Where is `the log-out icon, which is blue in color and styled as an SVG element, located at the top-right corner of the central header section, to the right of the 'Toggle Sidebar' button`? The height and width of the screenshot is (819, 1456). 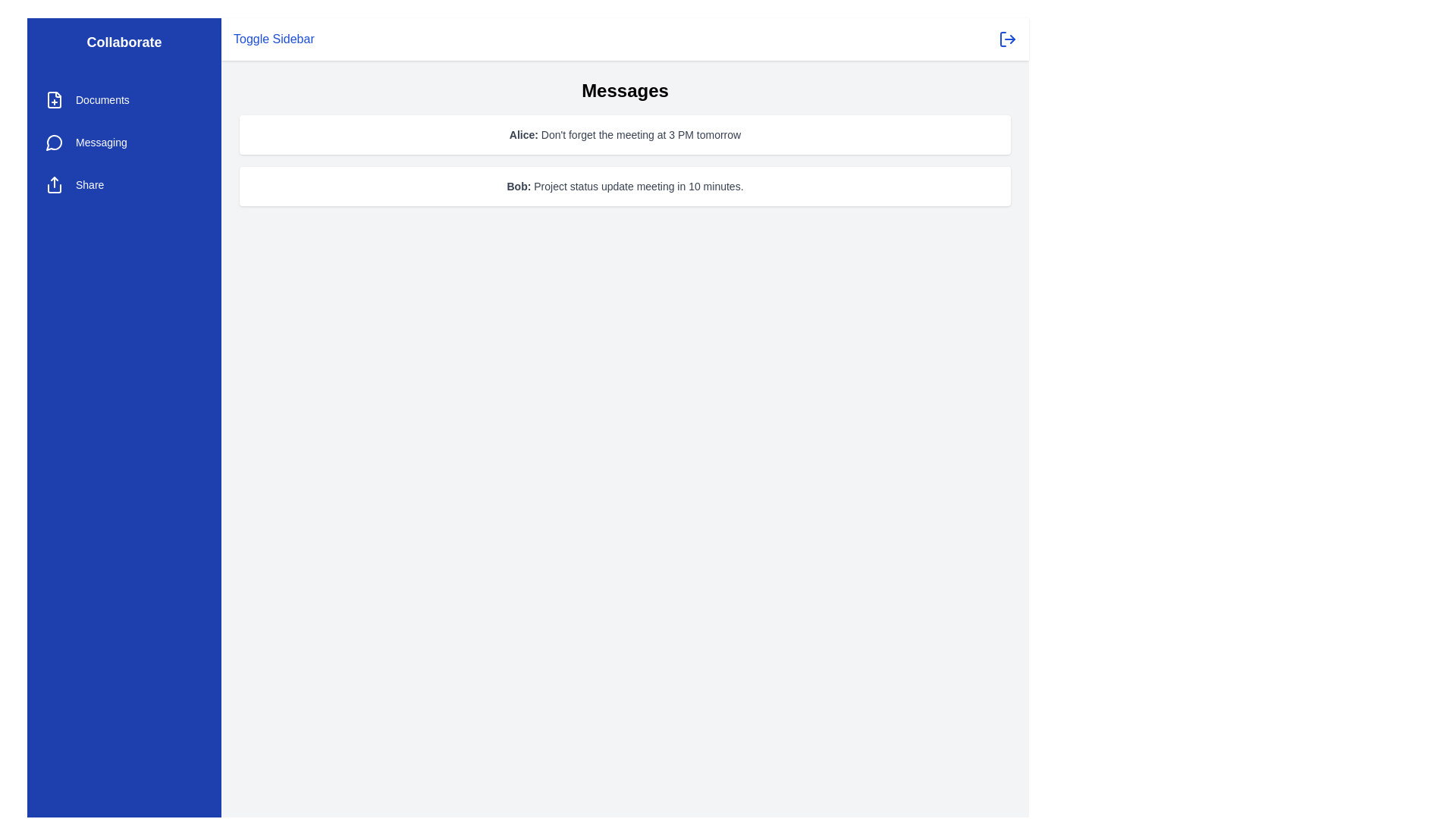 the log-out icon, which is blue in color and styled as an SVG element, located at the top-right corner of the central header section, to the right of the 'Toggle Sidebar' button is located at coordinates (1008, 38).